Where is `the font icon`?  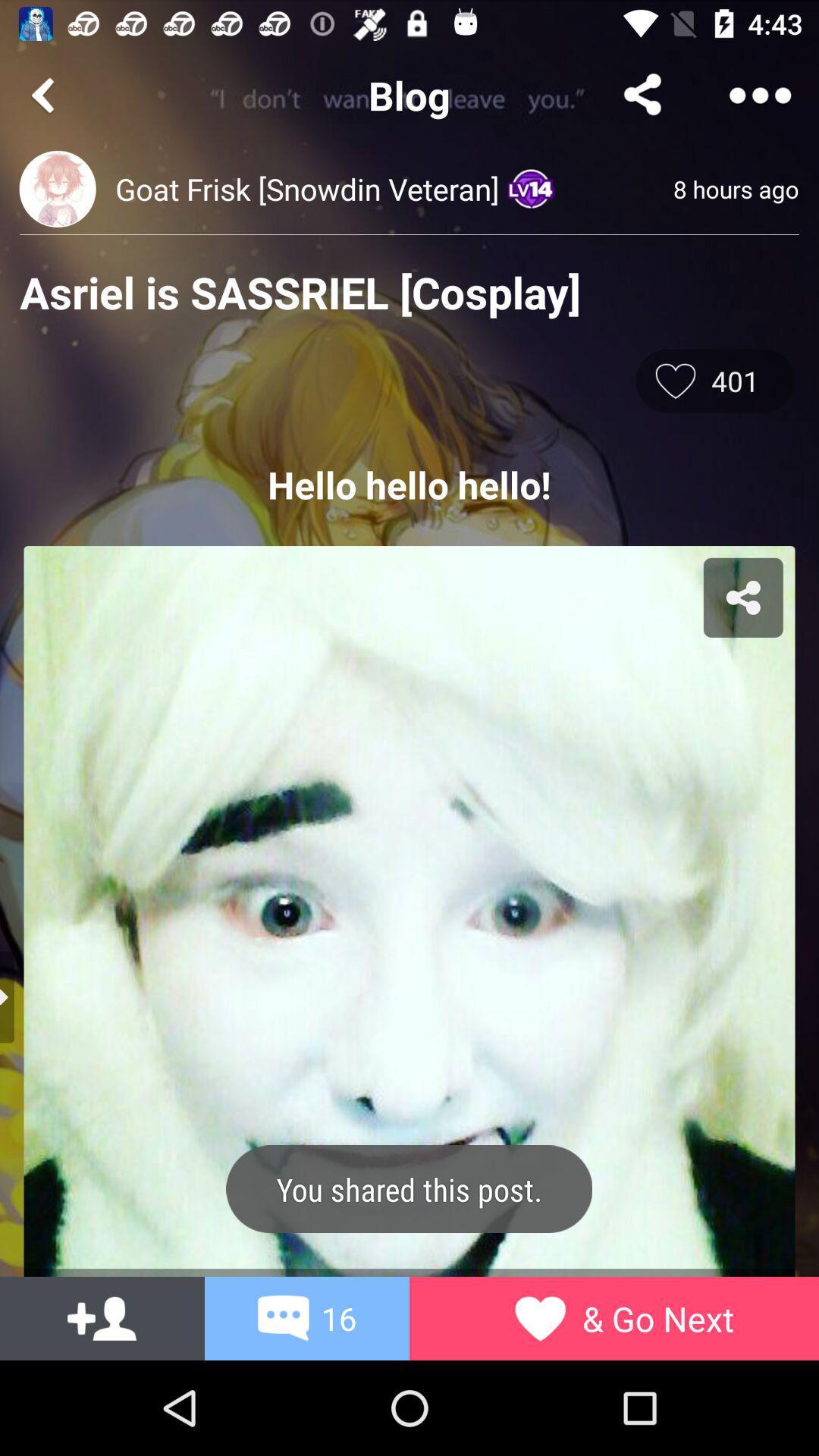
the font icon is located at coordinates (102, 1317).